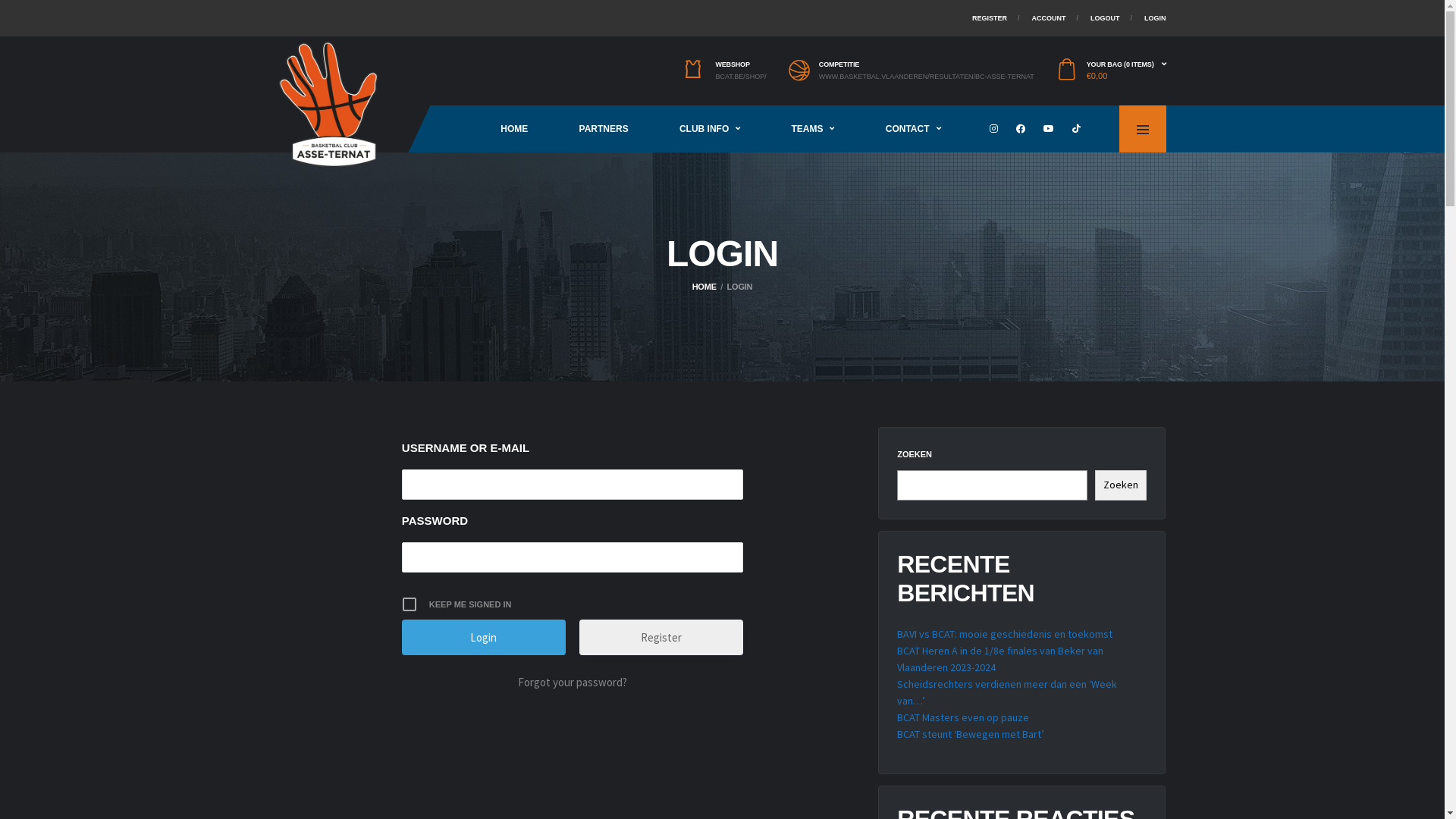  What do you see at coordinates (1121, 485) in the screenshot?
I see `'Zoeken'` at bounding box center [1121, 485].